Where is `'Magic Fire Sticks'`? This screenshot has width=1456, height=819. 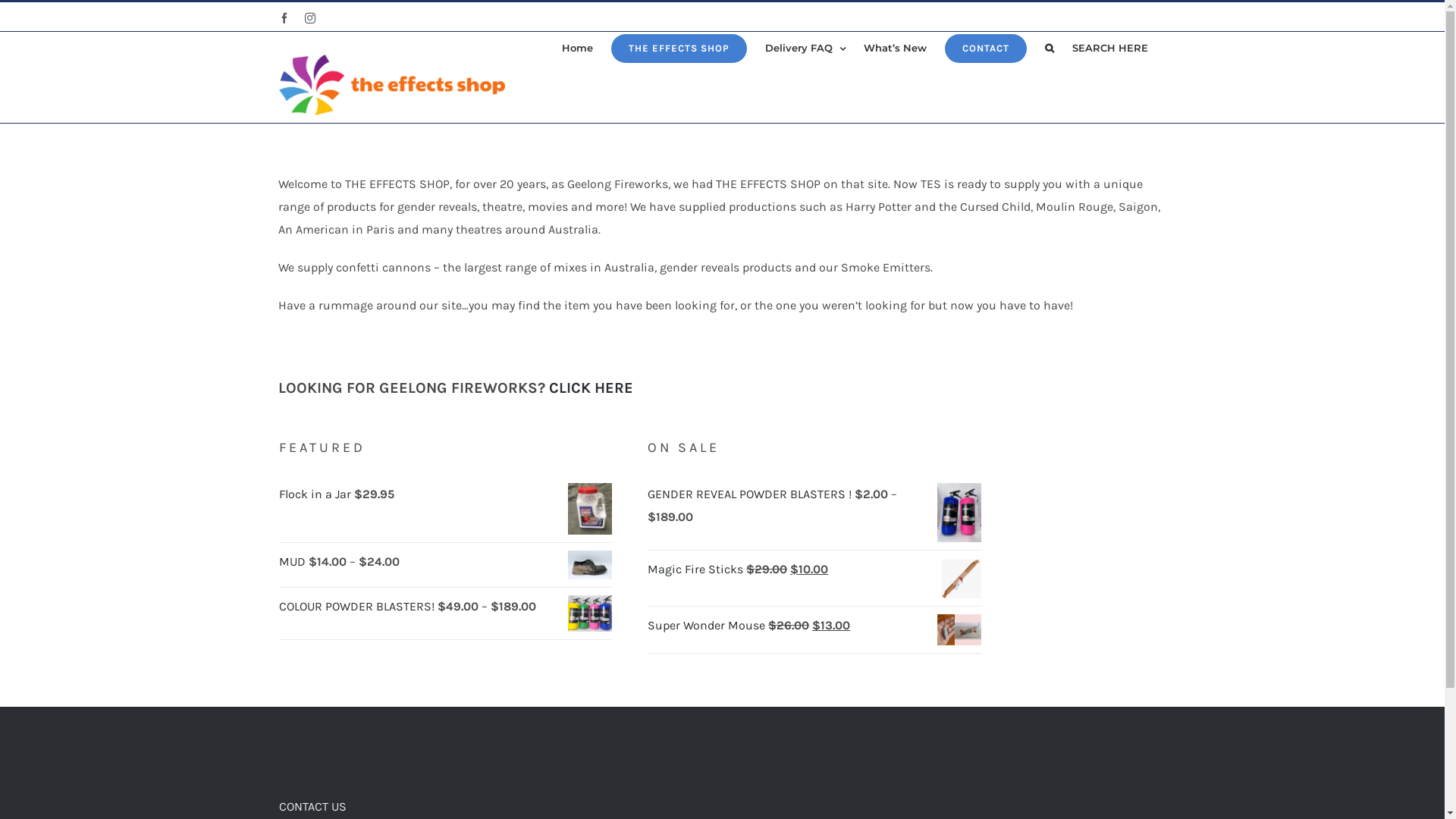
'Magic Fire Sticks' is located at coordinates (695, 569).